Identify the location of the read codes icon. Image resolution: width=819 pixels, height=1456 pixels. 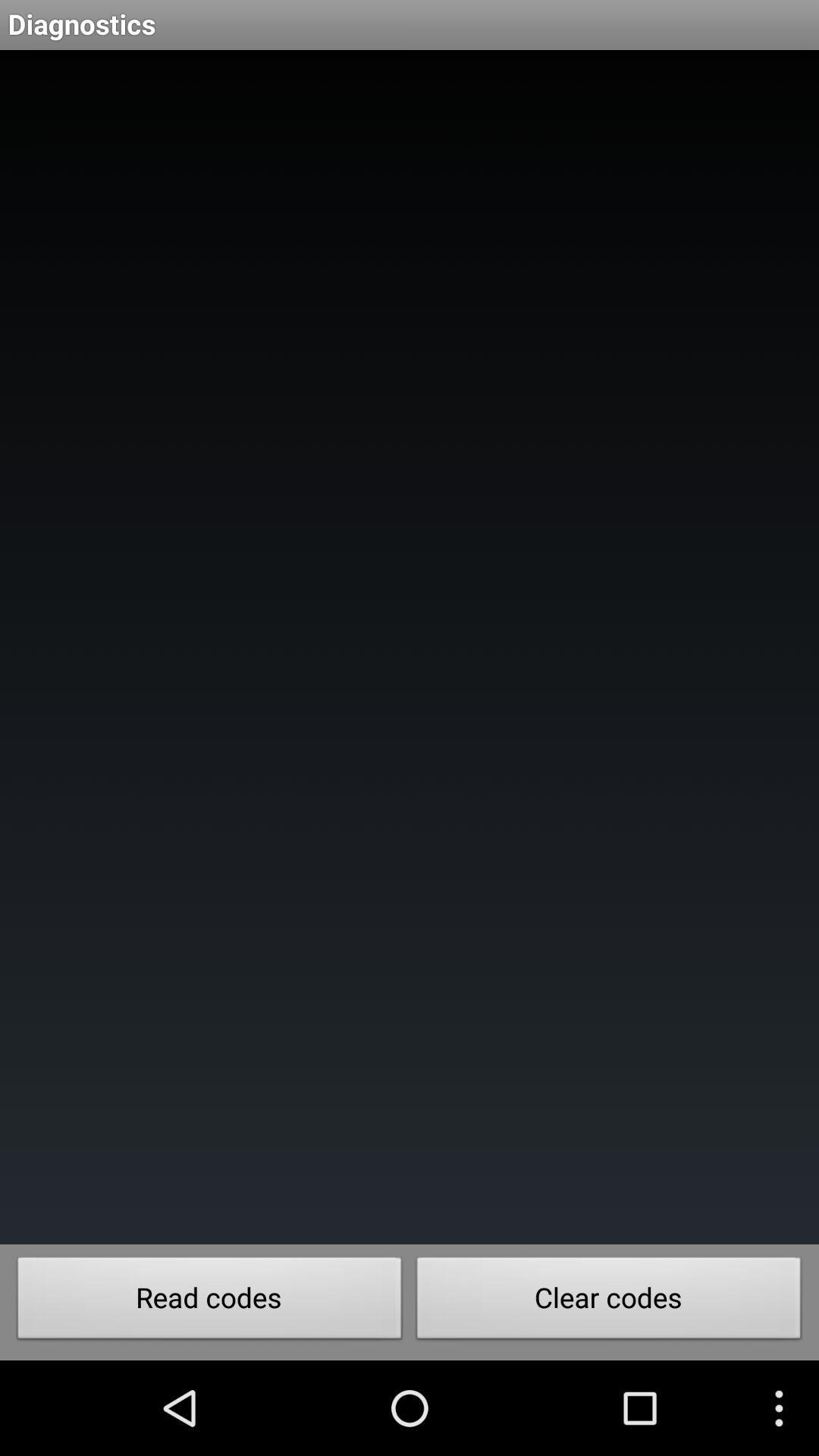
(209, 1301).